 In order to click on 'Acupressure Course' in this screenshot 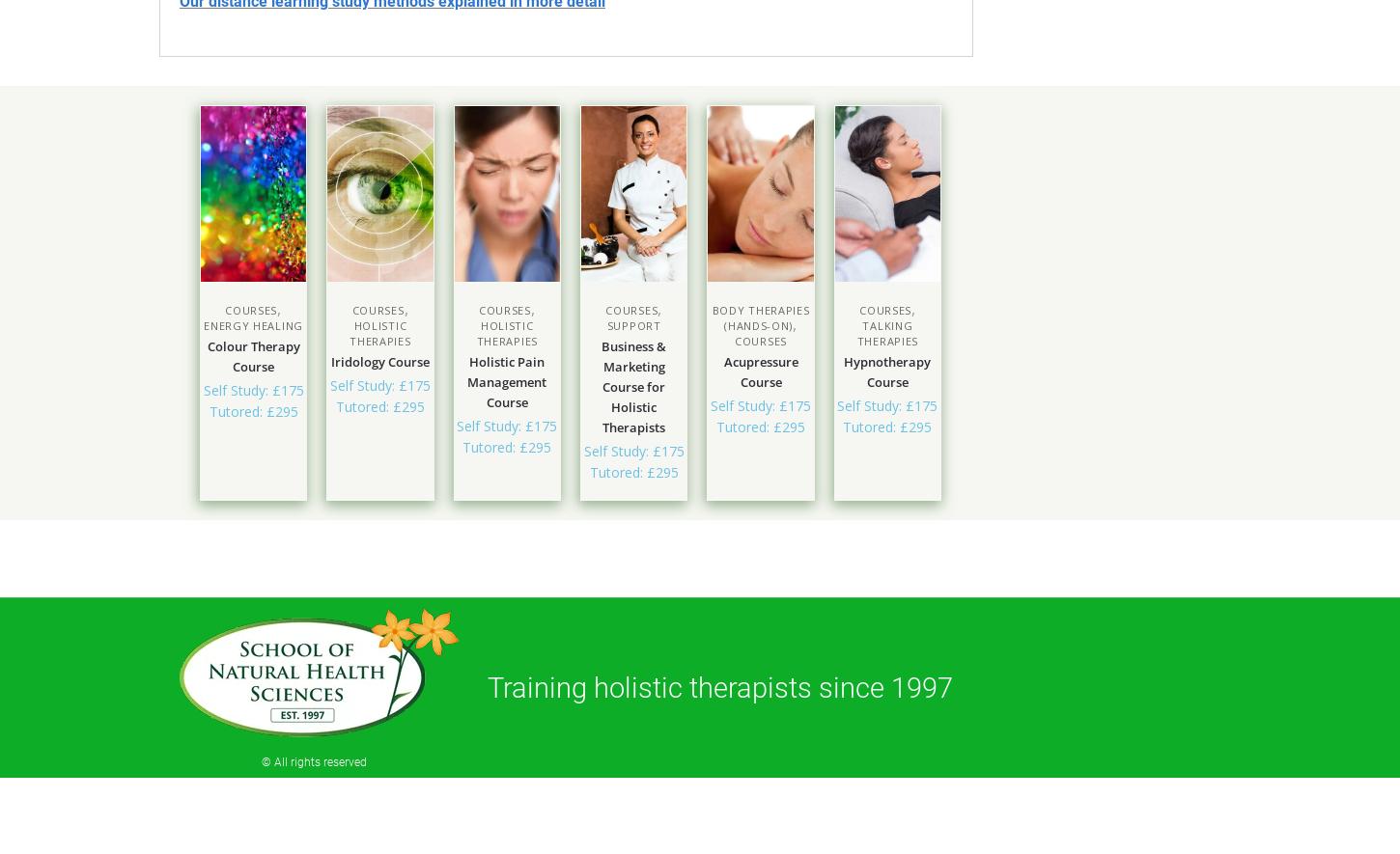, I will do `click(760, 370)`.